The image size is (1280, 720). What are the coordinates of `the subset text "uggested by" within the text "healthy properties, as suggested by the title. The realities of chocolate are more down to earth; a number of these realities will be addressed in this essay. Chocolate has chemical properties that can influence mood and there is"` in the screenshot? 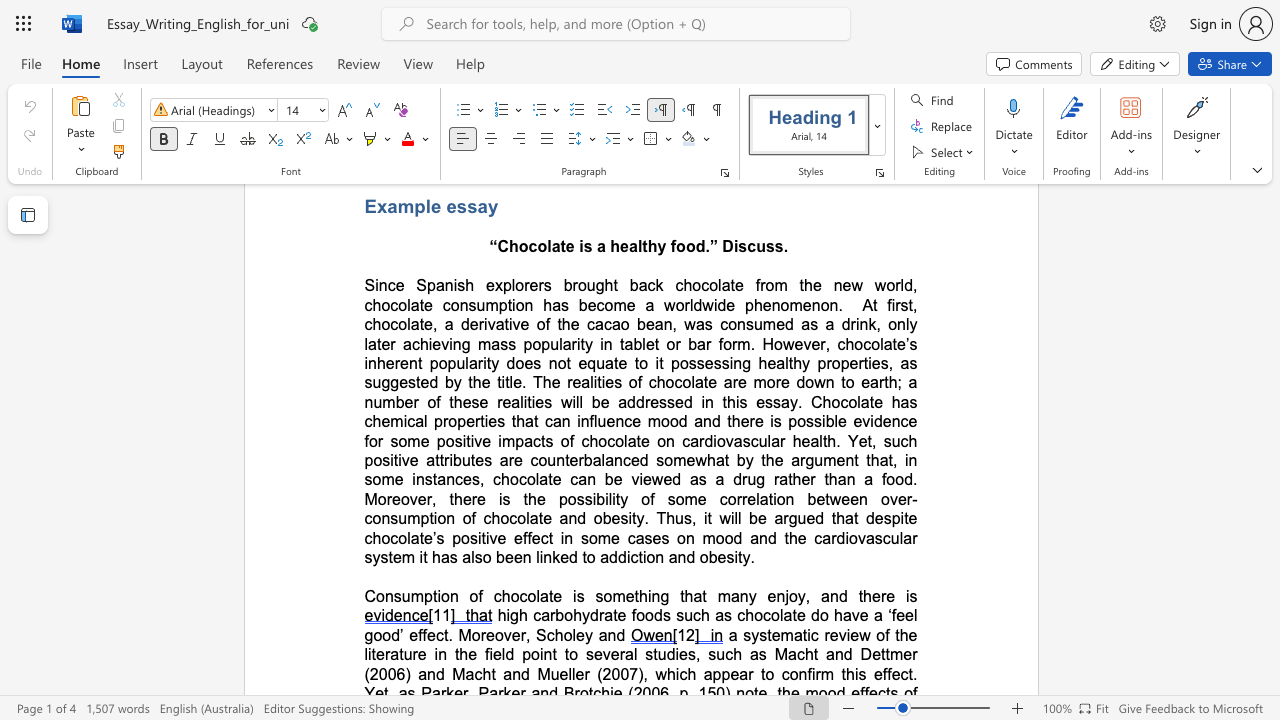 It's located at (372, 382).